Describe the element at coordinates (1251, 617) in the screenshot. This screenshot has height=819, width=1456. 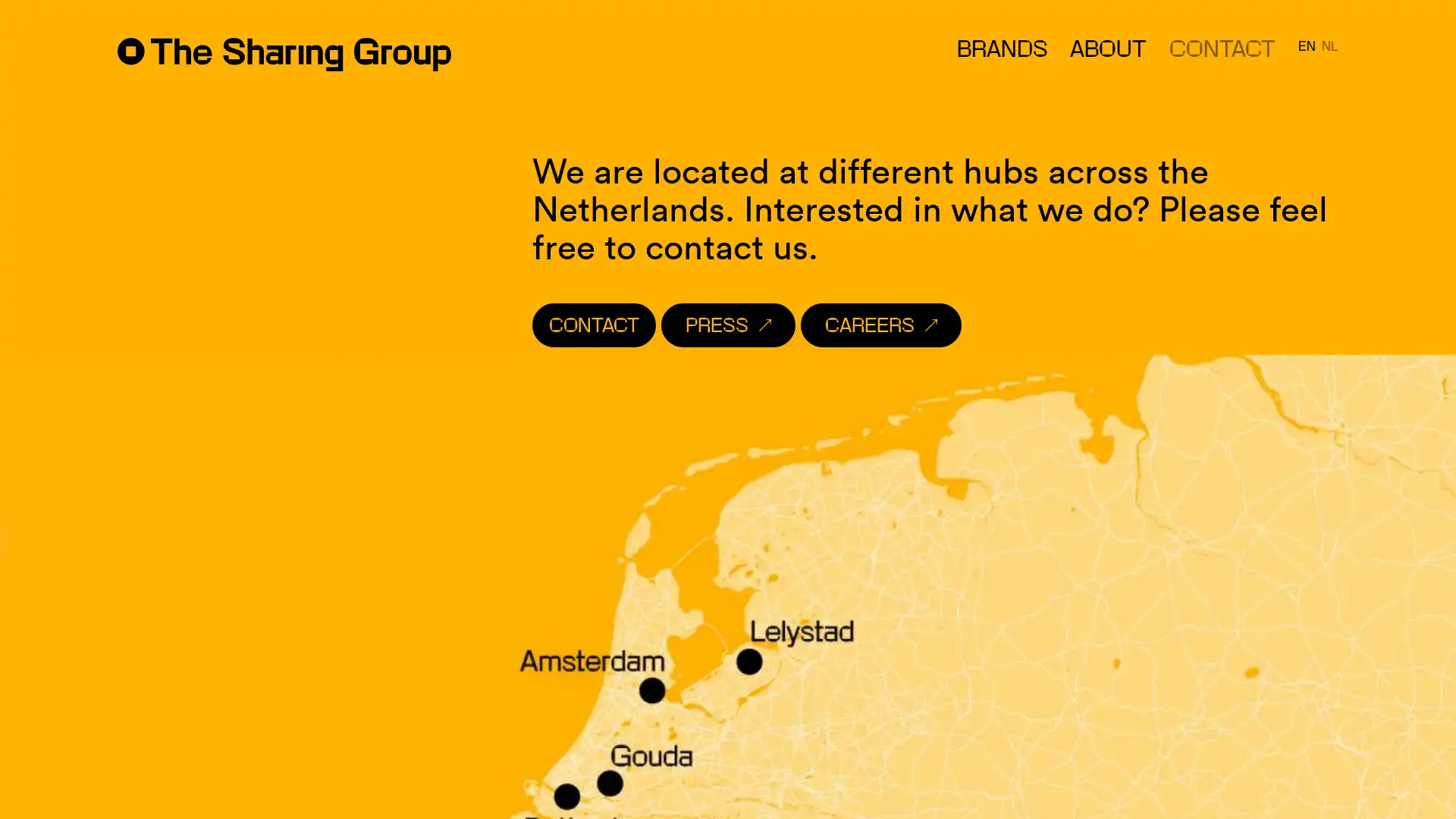
I see `Subscribe` at that location.